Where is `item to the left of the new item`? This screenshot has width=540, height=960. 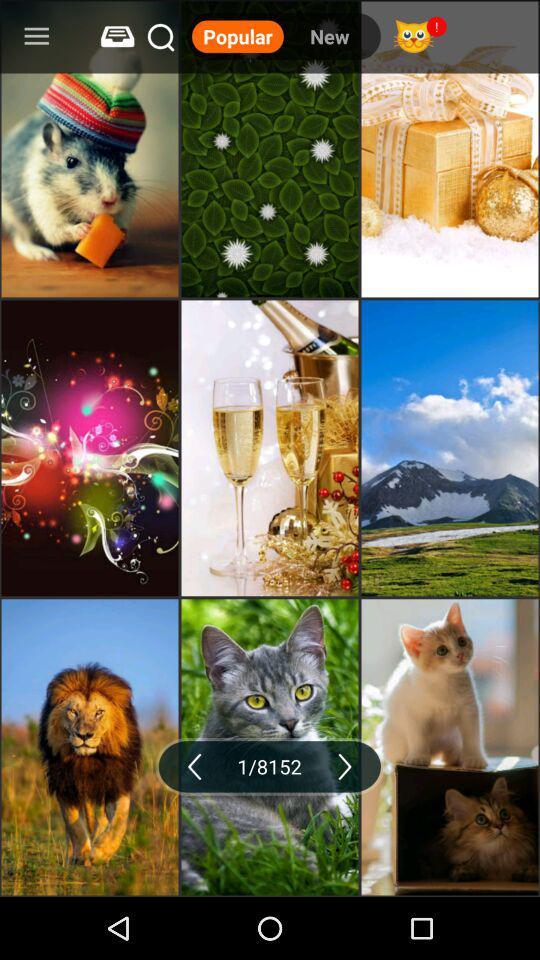
item to the left of the new item is located at coordinates (237, 35).